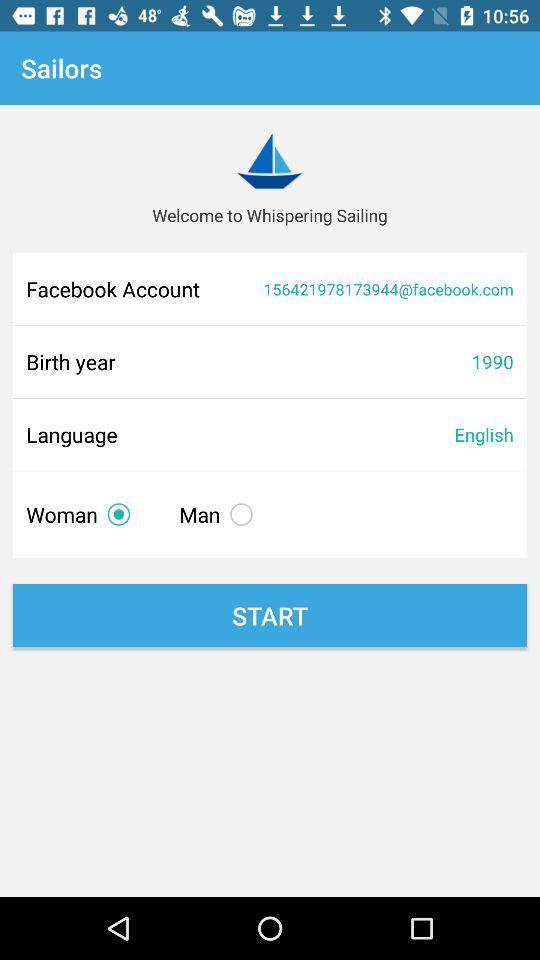  What do you see at coordinates (270, 614) in the screenshot?
I see `start icon` at bounding box center [270, 614].